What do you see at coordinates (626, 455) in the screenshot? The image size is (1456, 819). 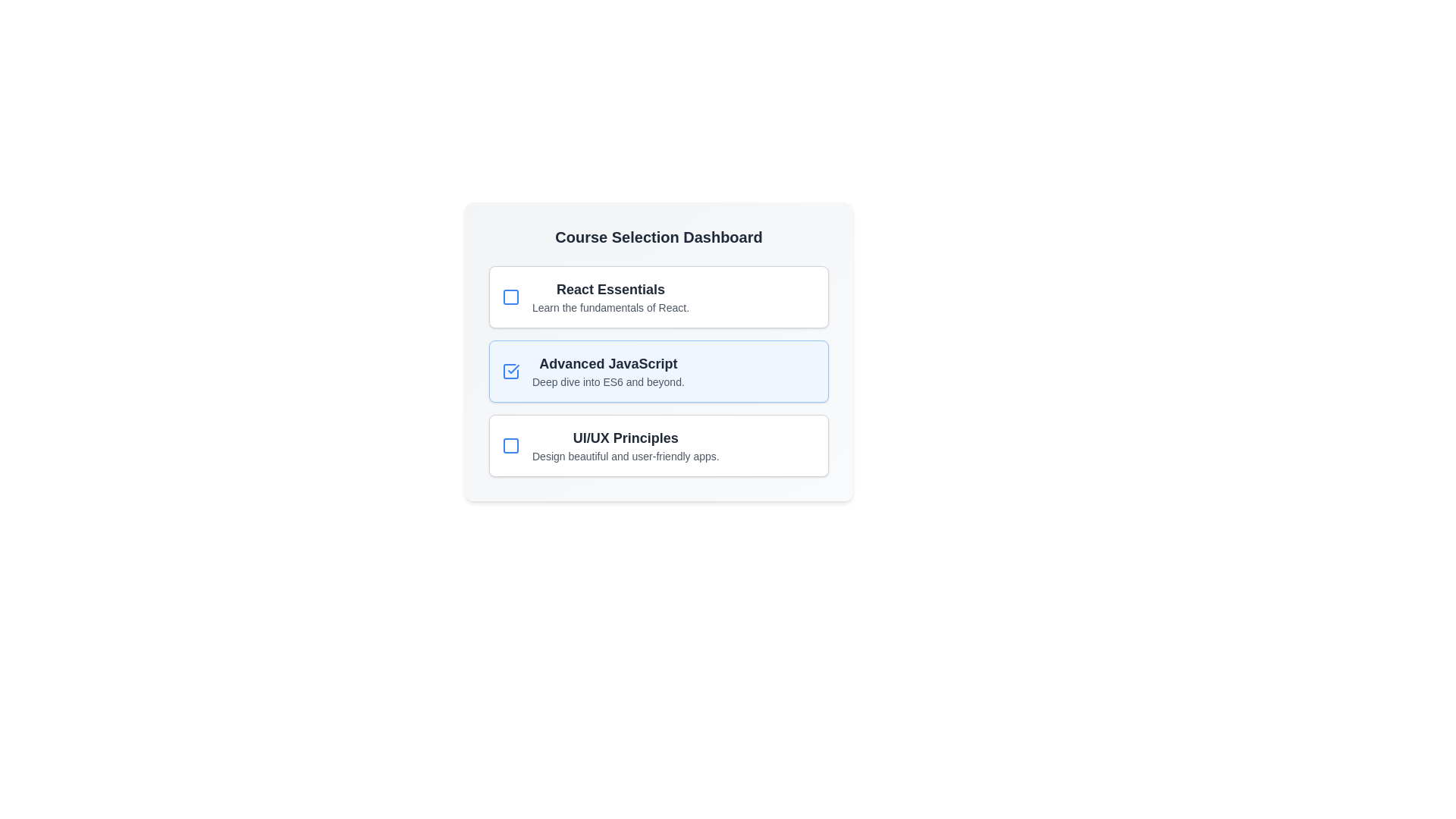 I see `the static text element that reads 'Design beautiful and user-friendly apps.' located under the 'UI/UX Principles' text in the third course card` at bounding box center [626, 455].